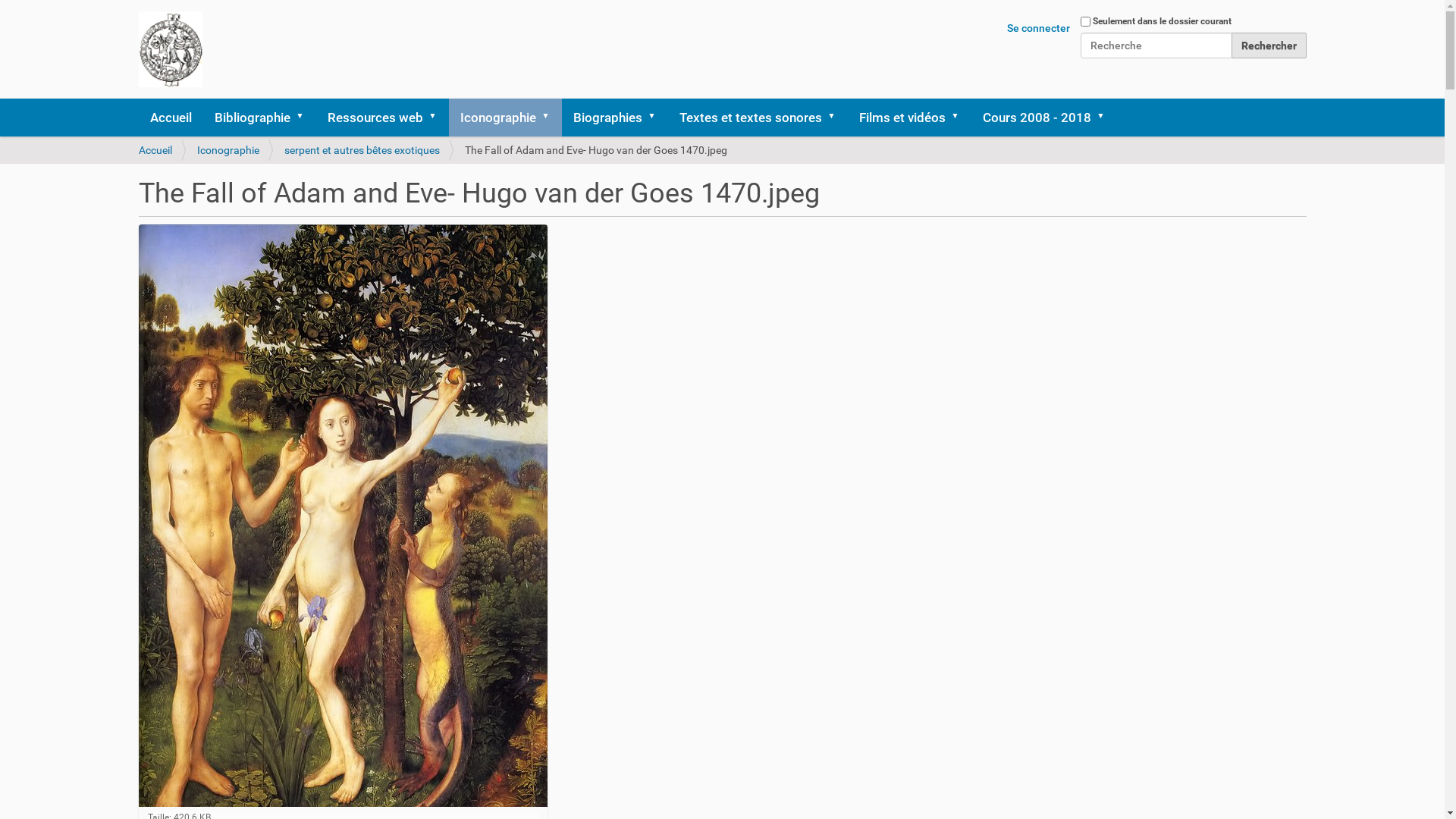  Describe the element at coordinates (1037, 28) in the screenshot. I see `'Se connecter'` at that location.